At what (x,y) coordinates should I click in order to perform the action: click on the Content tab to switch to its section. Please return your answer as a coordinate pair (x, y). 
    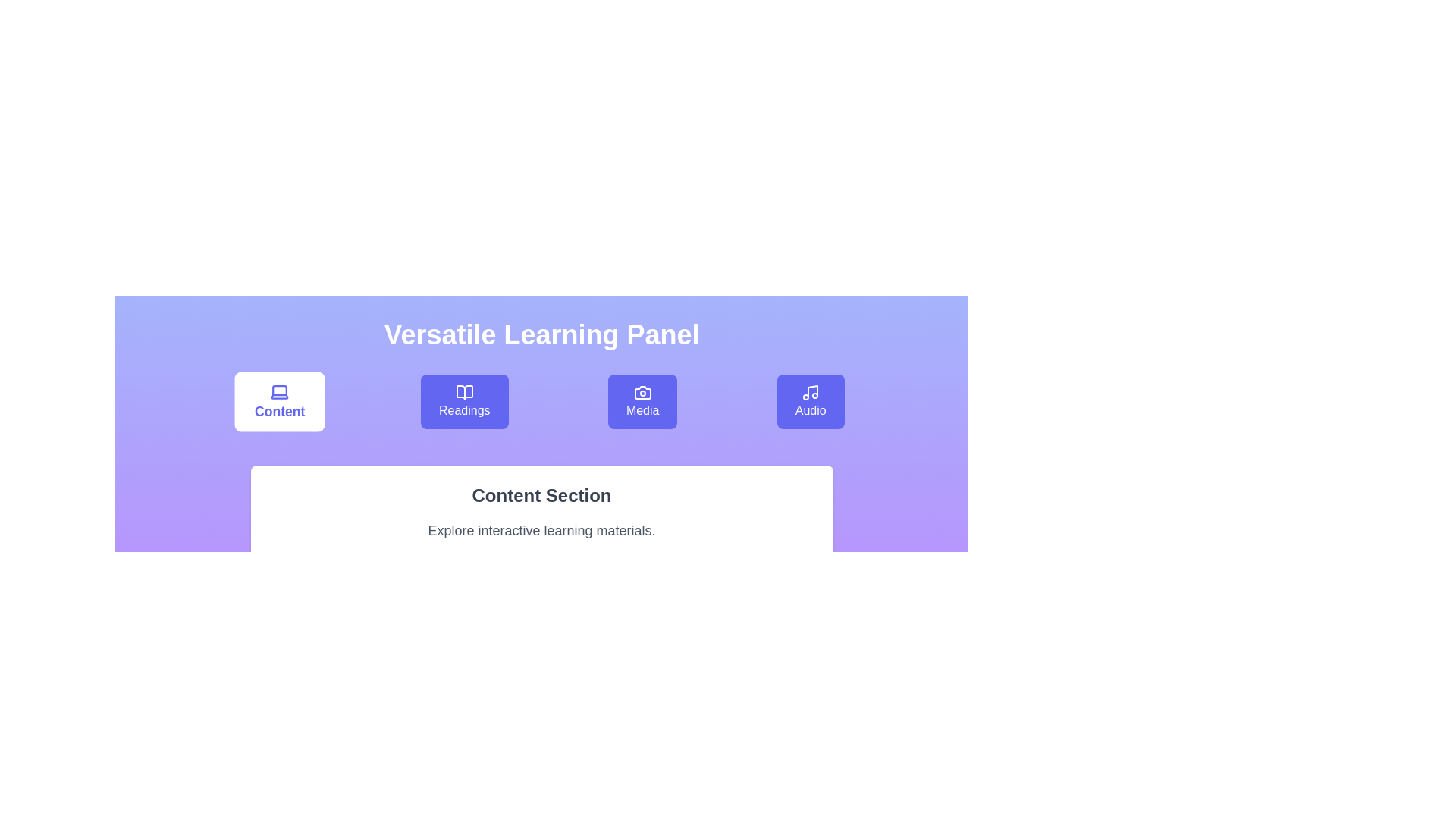
    Looking at the image, I should click on (280, 400).